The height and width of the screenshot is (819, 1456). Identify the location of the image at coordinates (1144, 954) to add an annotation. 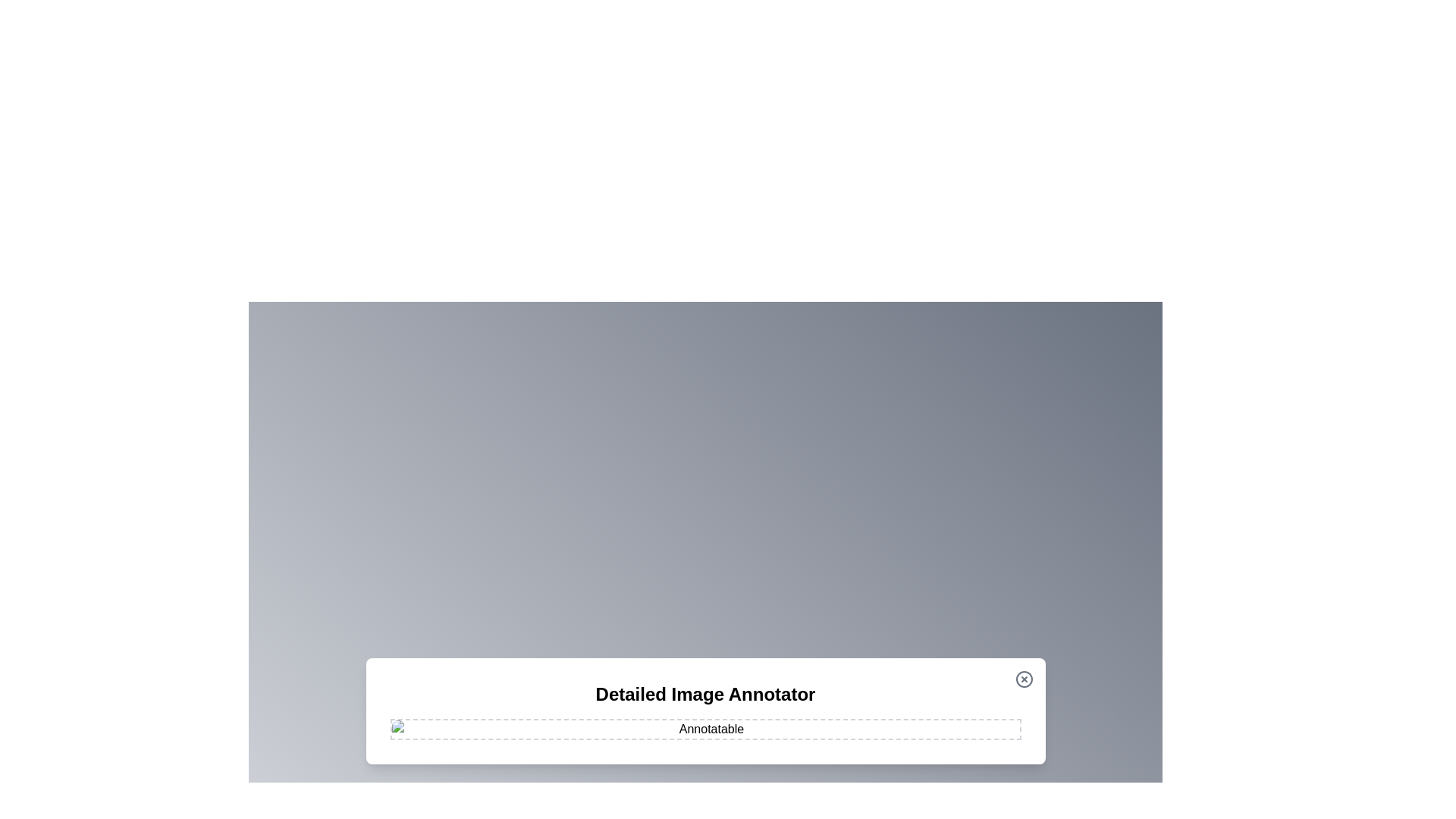
(867, 722).